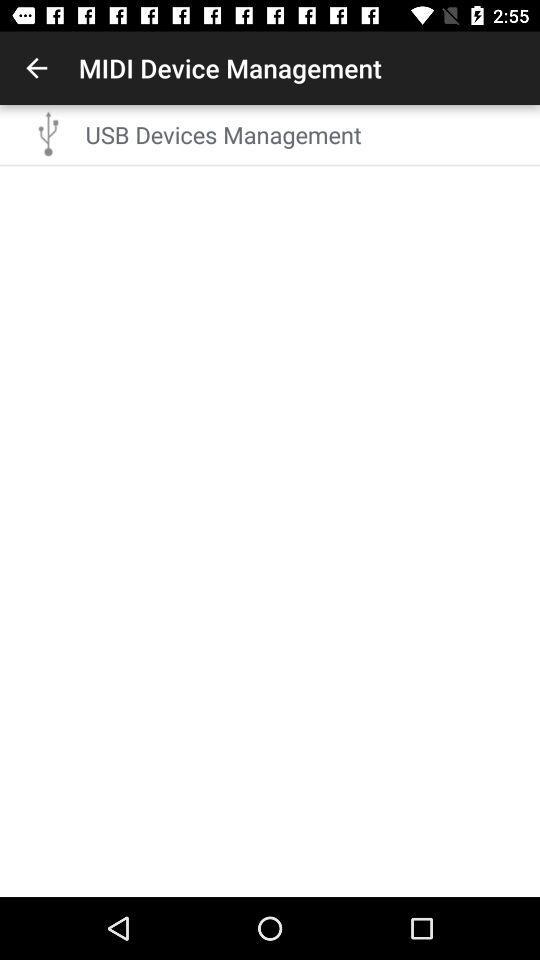 The width and height of the screenshot is (540, 960). What do you see at coordinates (36, 68) in the screenshot?
I see `item next to the midi device management item` at bounding box center [36, 68].